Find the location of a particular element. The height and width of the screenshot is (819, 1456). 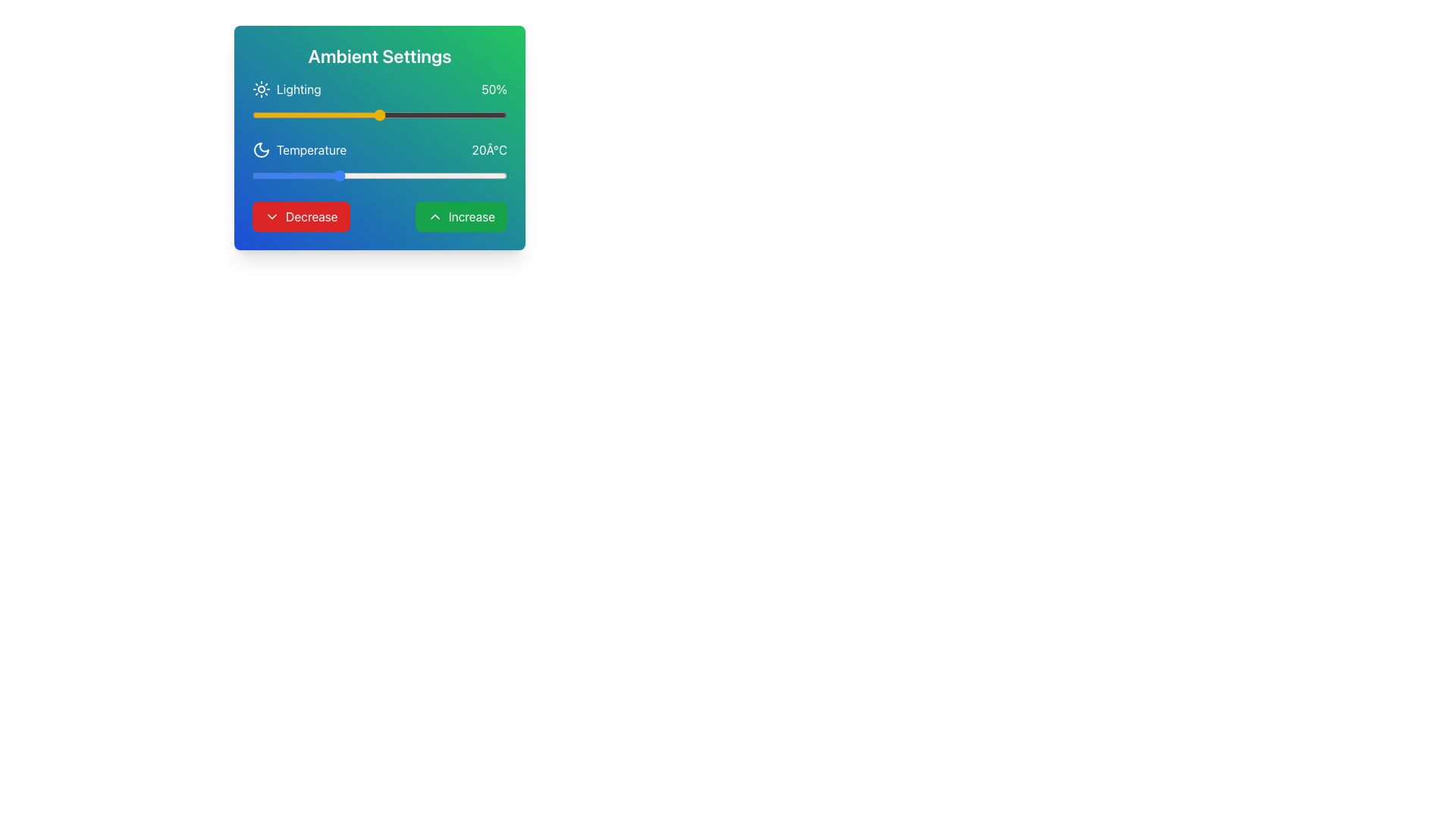

the 'Decrease' button located in the bottom-left corner of the 'Ambient Settings' card interface is located at coordinates (301, 216).